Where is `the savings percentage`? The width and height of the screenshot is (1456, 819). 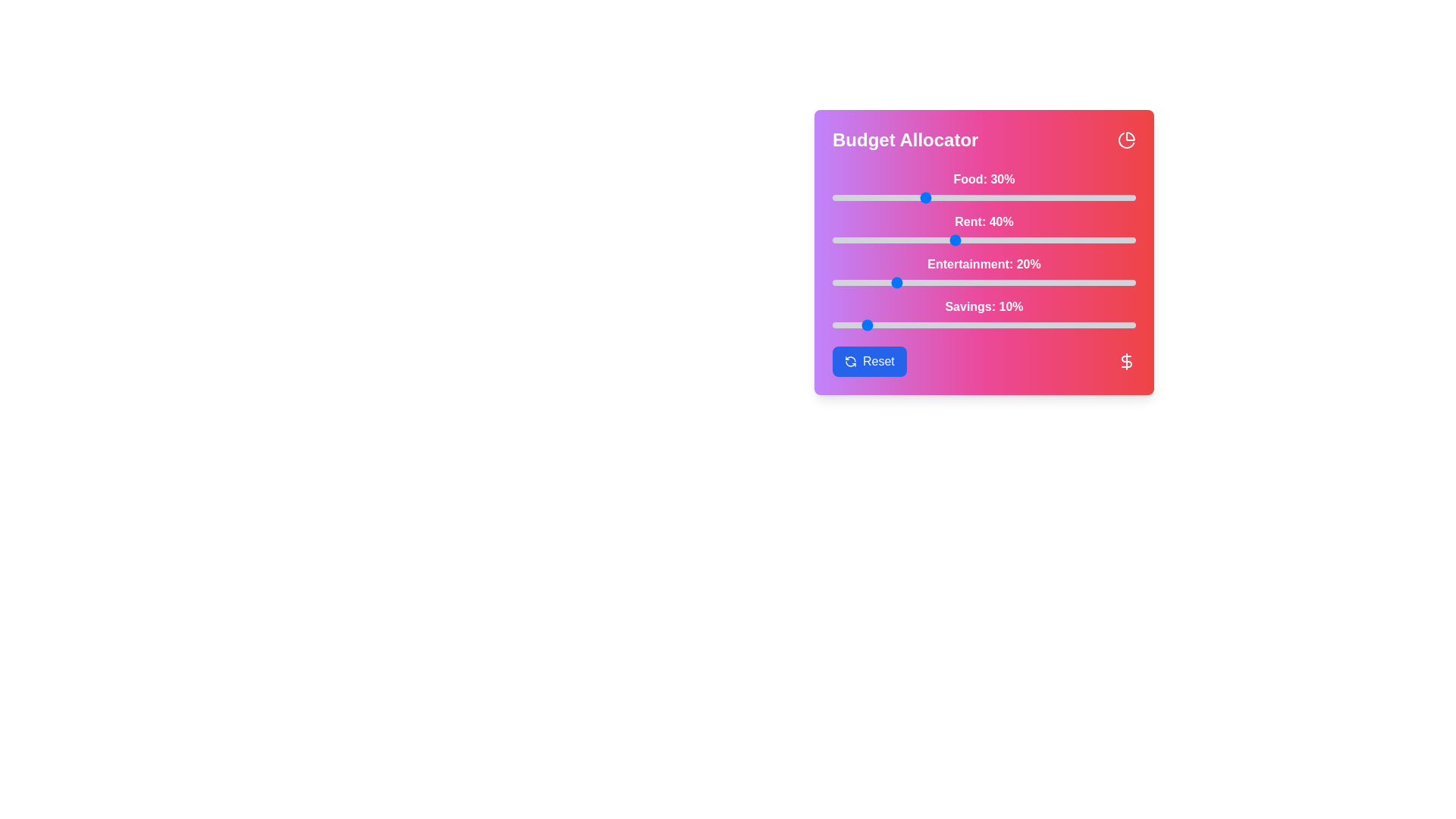 the savings percentage is located at coordinates (993, 324).